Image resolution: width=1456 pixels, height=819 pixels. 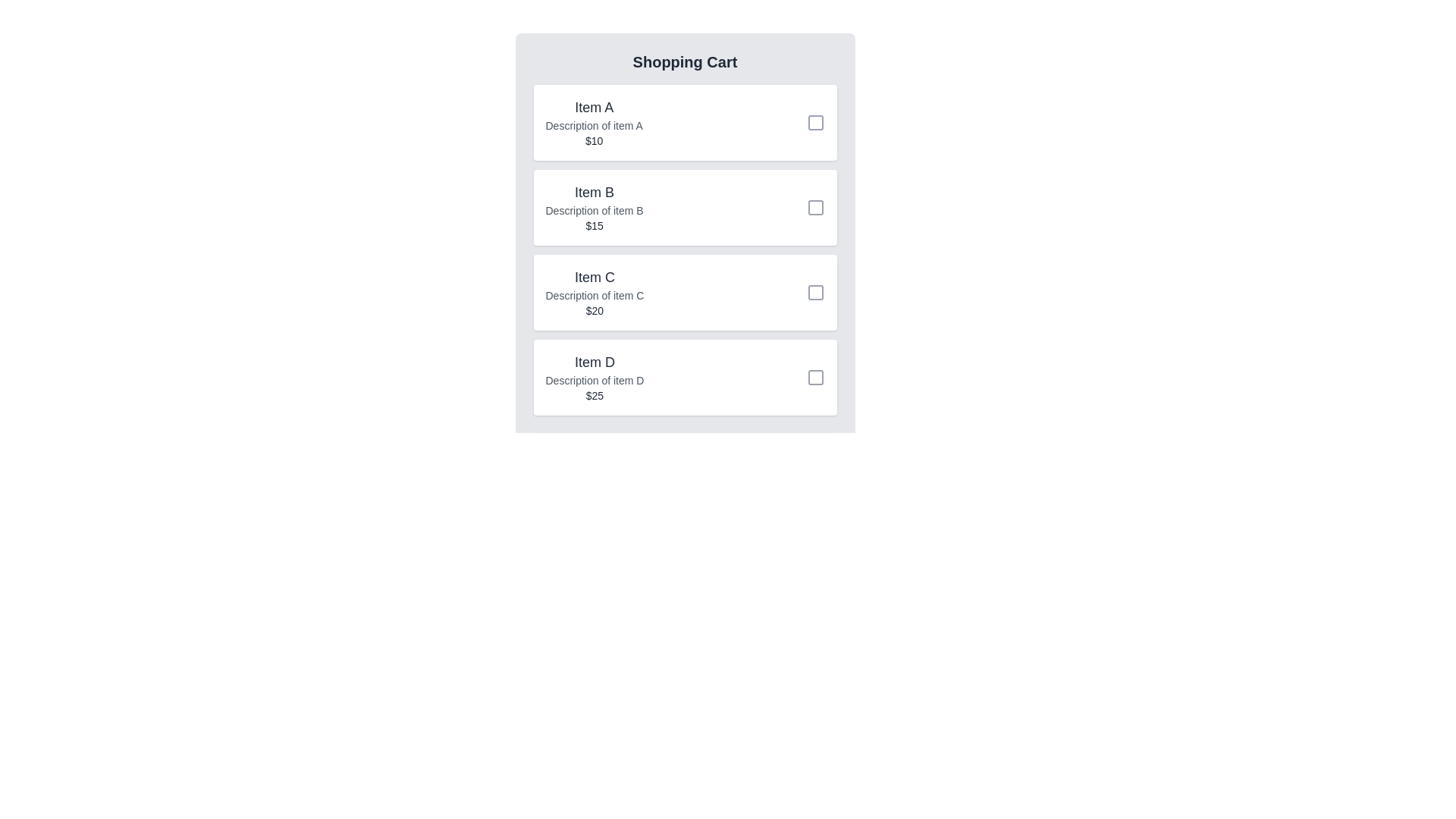 What do you see at coordinates (594, 362) in the screenshot?
I see `the Static Text Label displaying 'Item D', which is a bold, larger font, dark gray colored header positioned at the top-left corner of its group` at bounding box center [594, 362].